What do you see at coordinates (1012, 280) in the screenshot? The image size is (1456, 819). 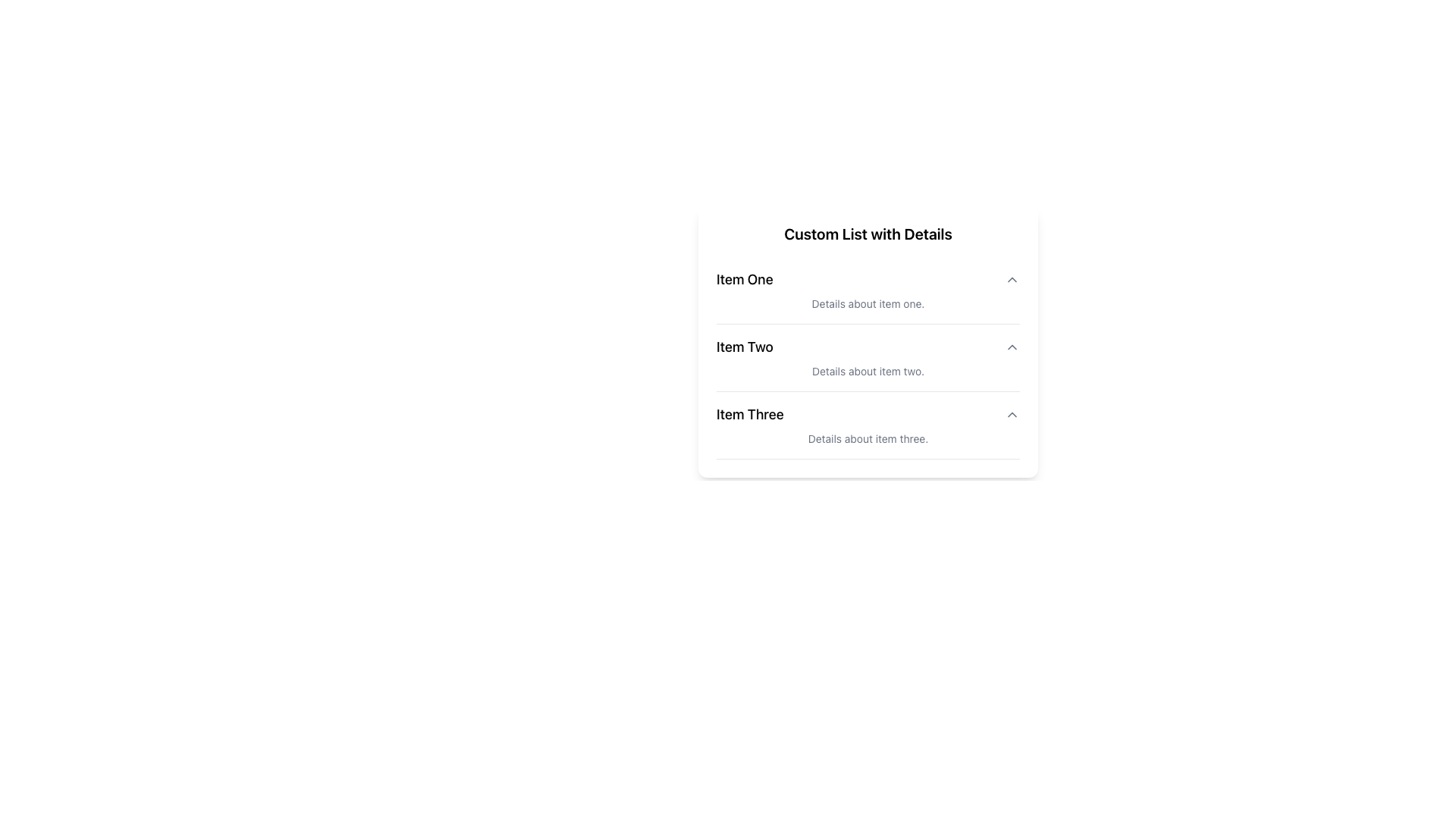 I see `the chevron button associated with 'Item One' to observe the style change` at bounding box center [1012, 280].